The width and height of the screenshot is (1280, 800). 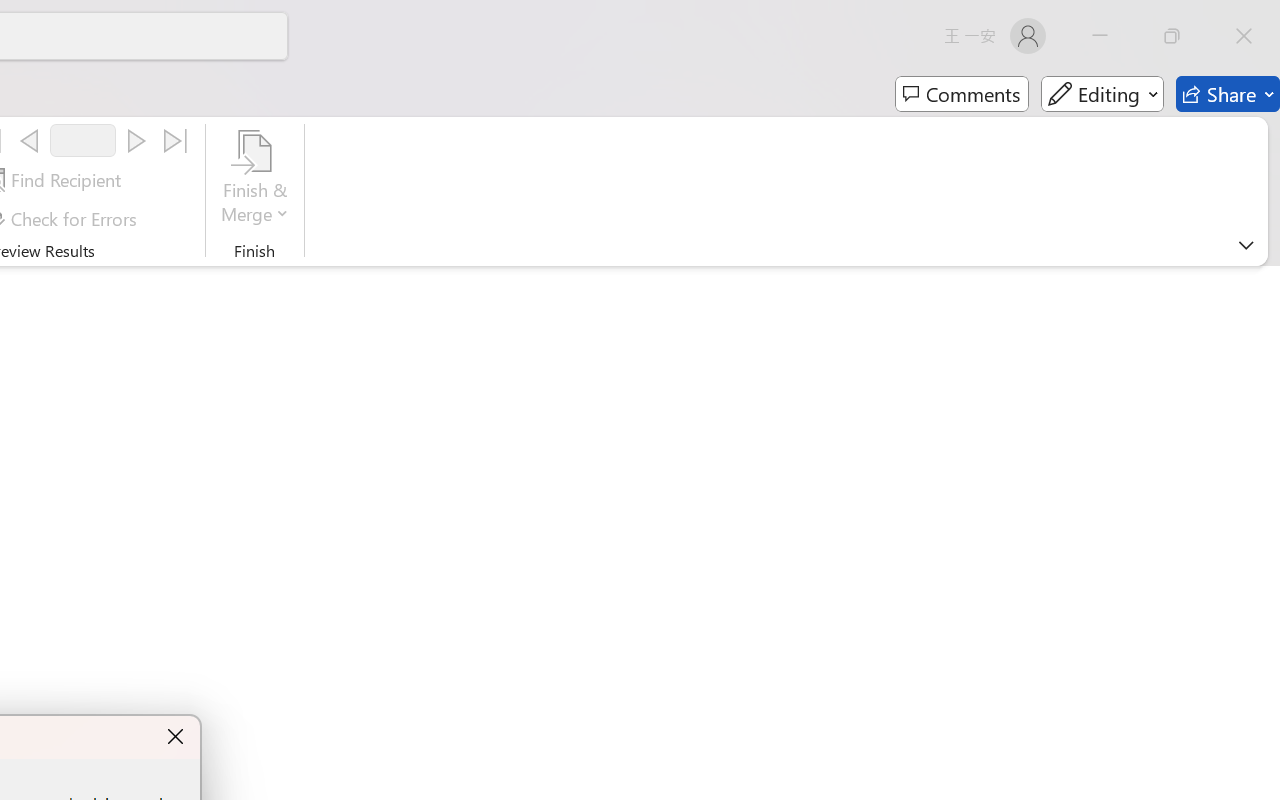 What do you see at coordinates (82, 140) in the screenshot?
I see `'Record'` at bounding box center [82, 140].